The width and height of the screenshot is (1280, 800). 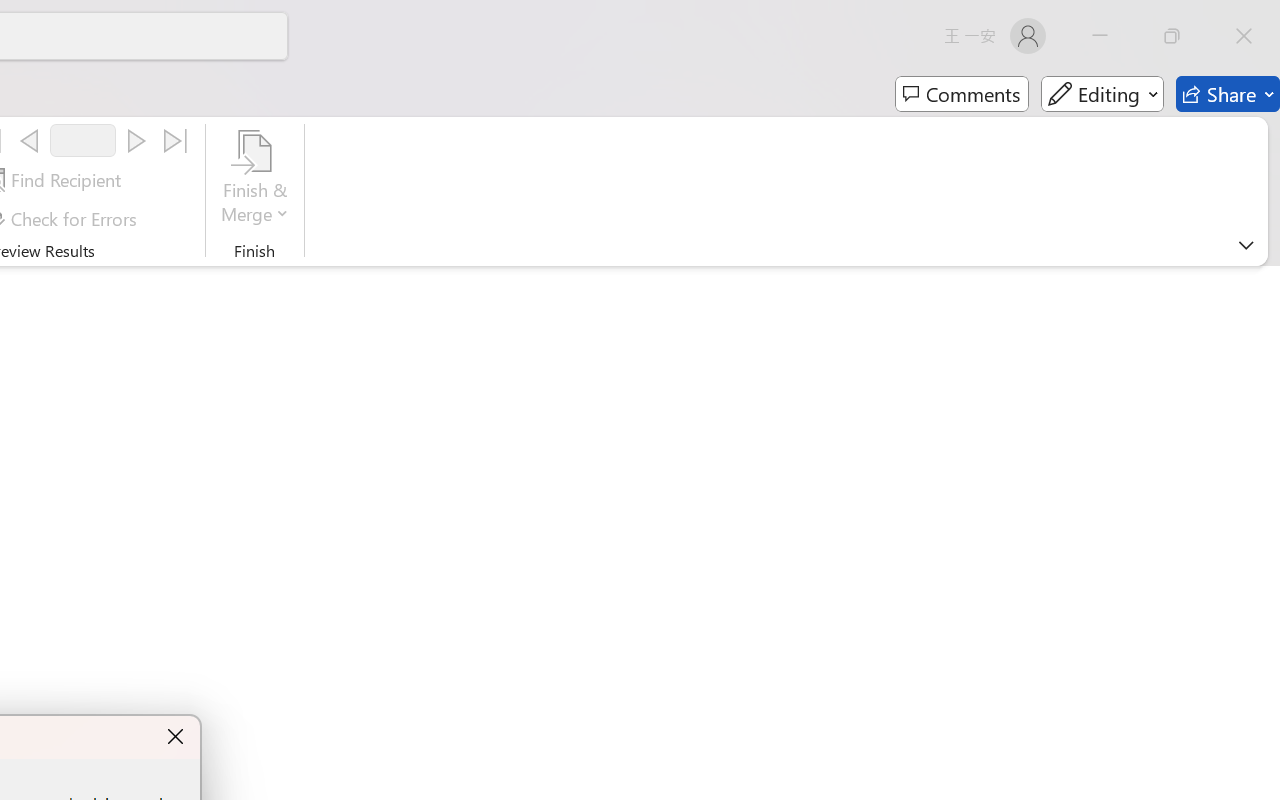 What do you see at coordinates (82, 140) in the screenshot?
I see `'Record'` at bounding box center [82, 140].